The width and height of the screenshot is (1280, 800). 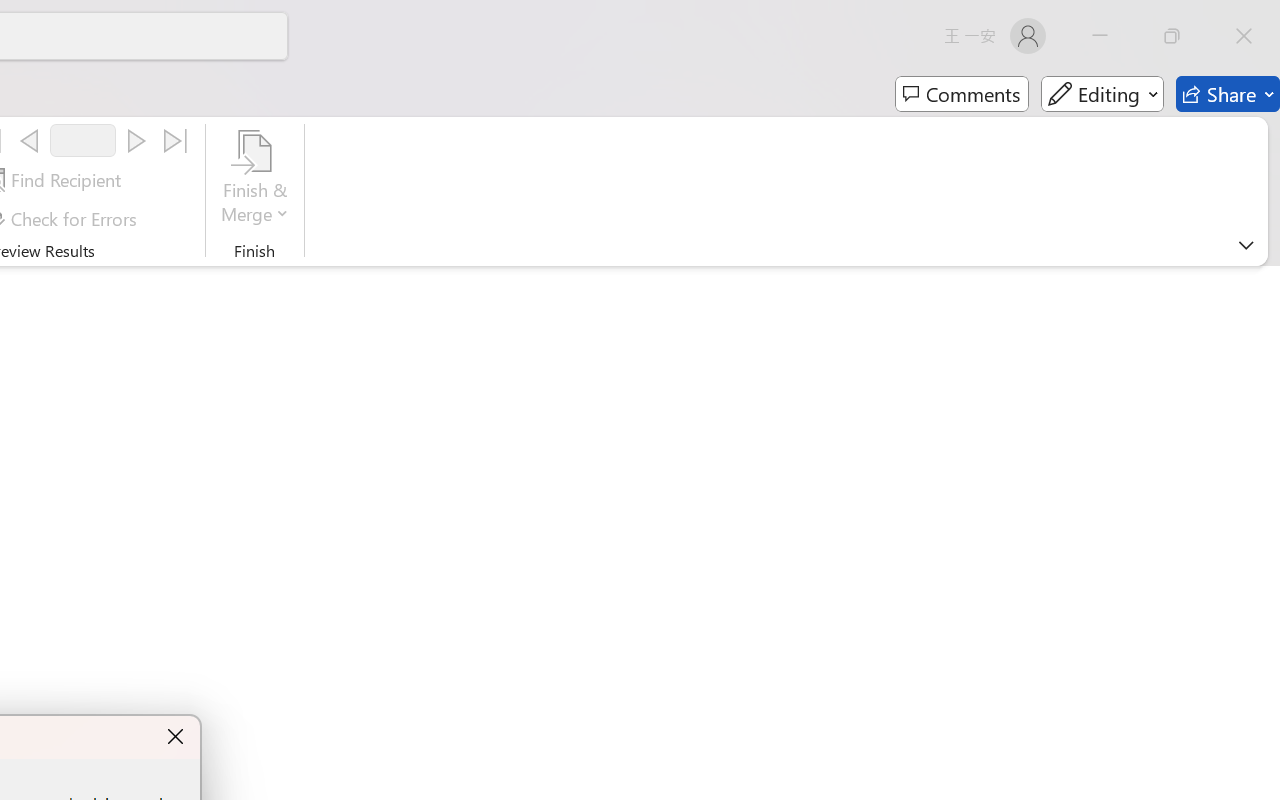 What do you see at coordinates (82, 140) in the screenshot?
I see `'Record'` at bounding box center [82, 140].